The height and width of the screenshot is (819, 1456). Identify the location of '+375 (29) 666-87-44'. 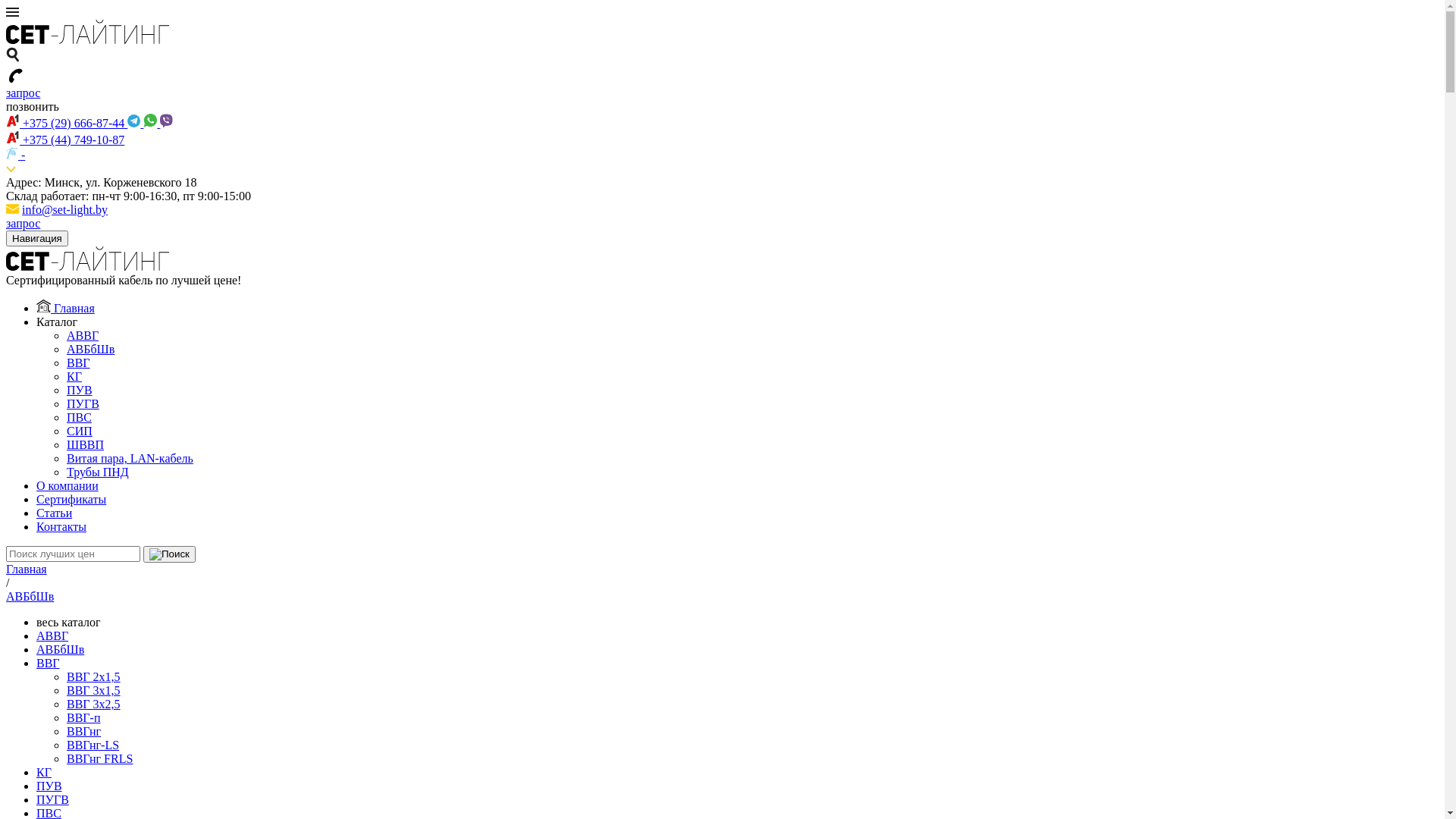
(65, 122).